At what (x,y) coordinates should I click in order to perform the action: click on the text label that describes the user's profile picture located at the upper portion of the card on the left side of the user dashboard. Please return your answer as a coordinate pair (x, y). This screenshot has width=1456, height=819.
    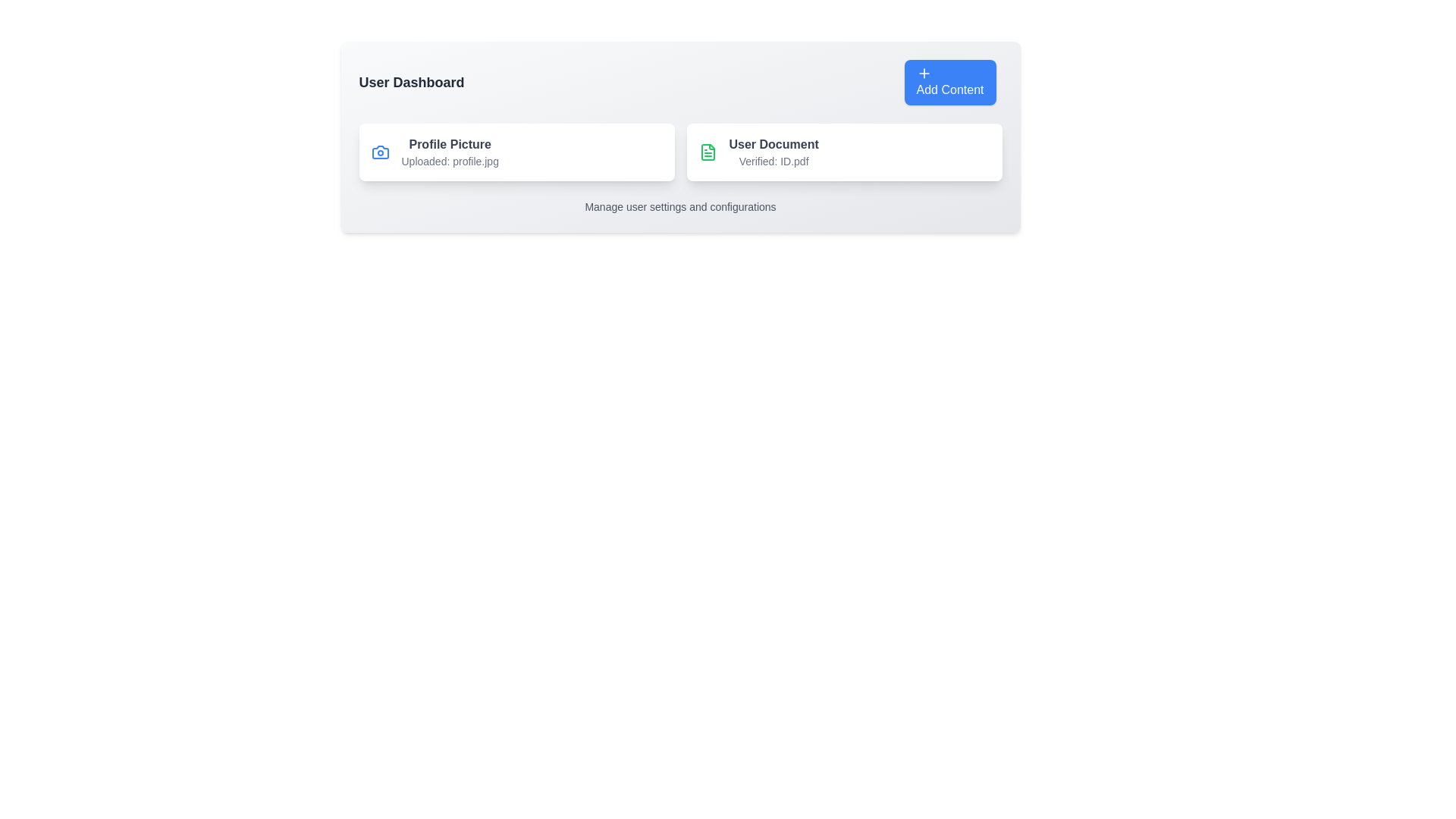
    Looking at the image, I should click on (449, 145).